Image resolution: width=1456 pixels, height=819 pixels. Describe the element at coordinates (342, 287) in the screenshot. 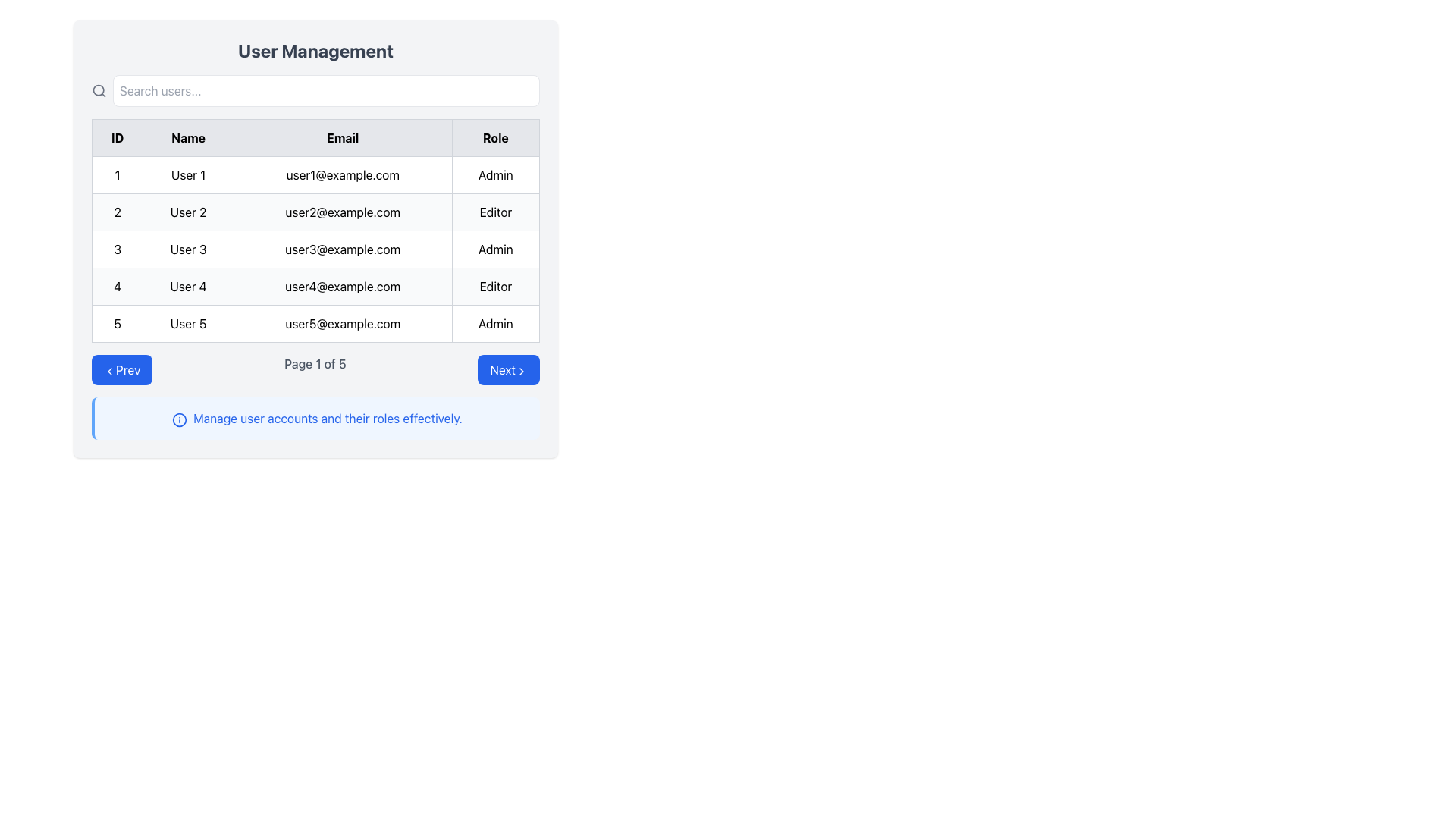

I see `the static text displaying the email address 'user4@example.com' in the 'User Management' table, located in the third column of the fourth row` at that location.